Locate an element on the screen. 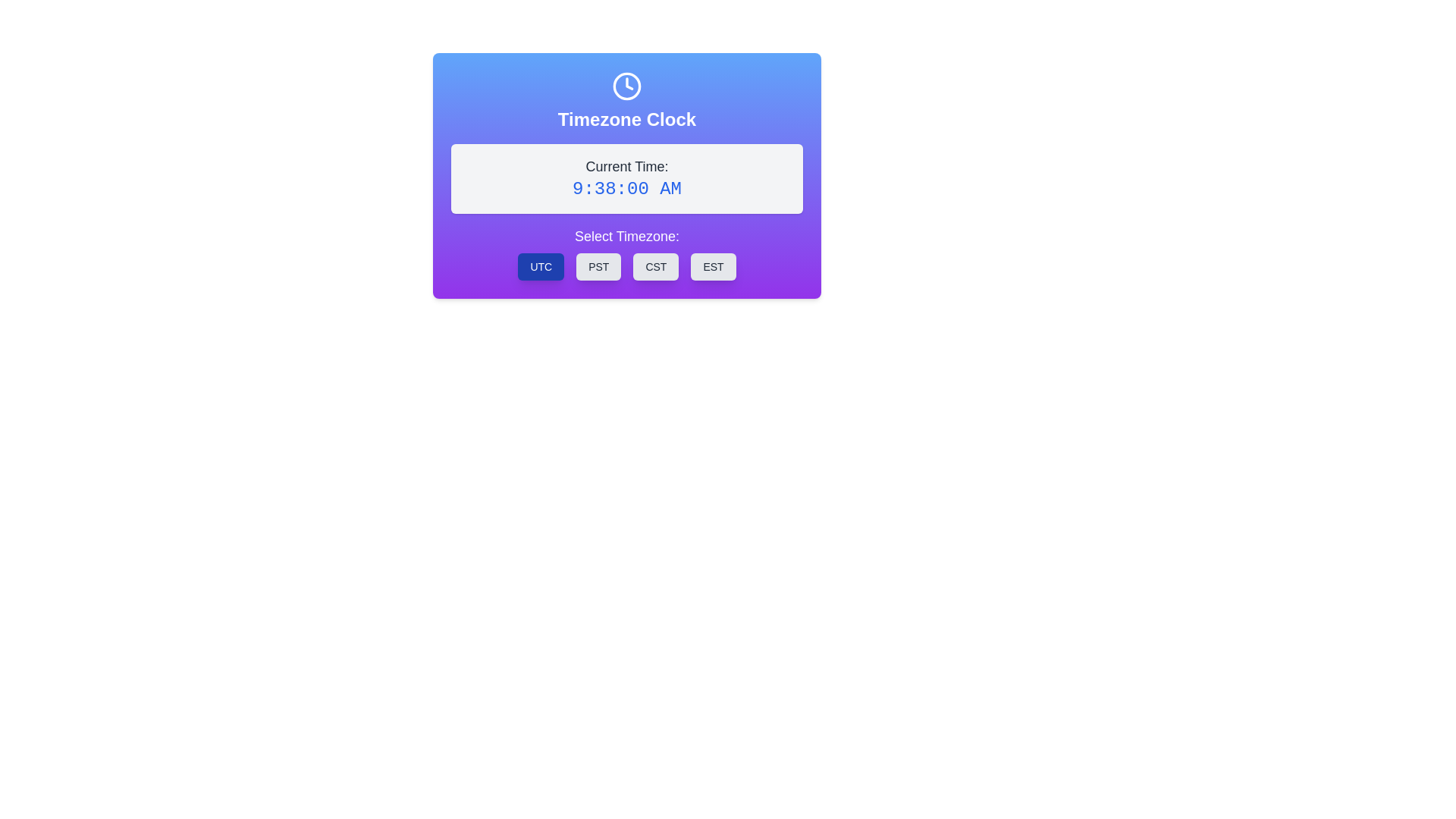 This screenshot has height=819, width=1456. the 'UTC' button is located at coordinates (541, 265).